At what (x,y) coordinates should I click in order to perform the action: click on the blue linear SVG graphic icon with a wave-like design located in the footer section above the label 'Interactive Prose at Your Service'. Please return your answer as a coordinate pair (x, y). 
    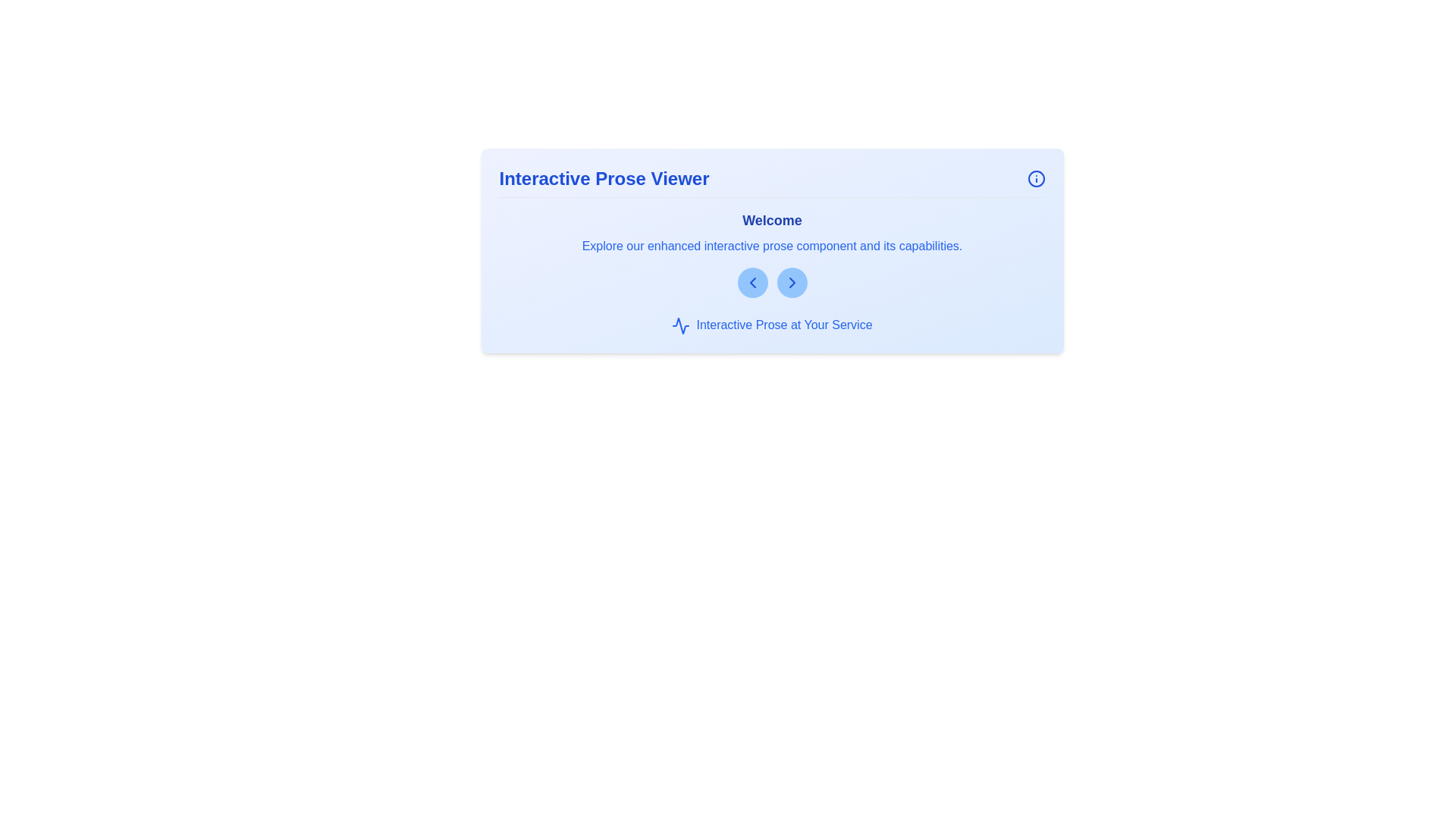
    Looking at the image, I should click on (680, 325).